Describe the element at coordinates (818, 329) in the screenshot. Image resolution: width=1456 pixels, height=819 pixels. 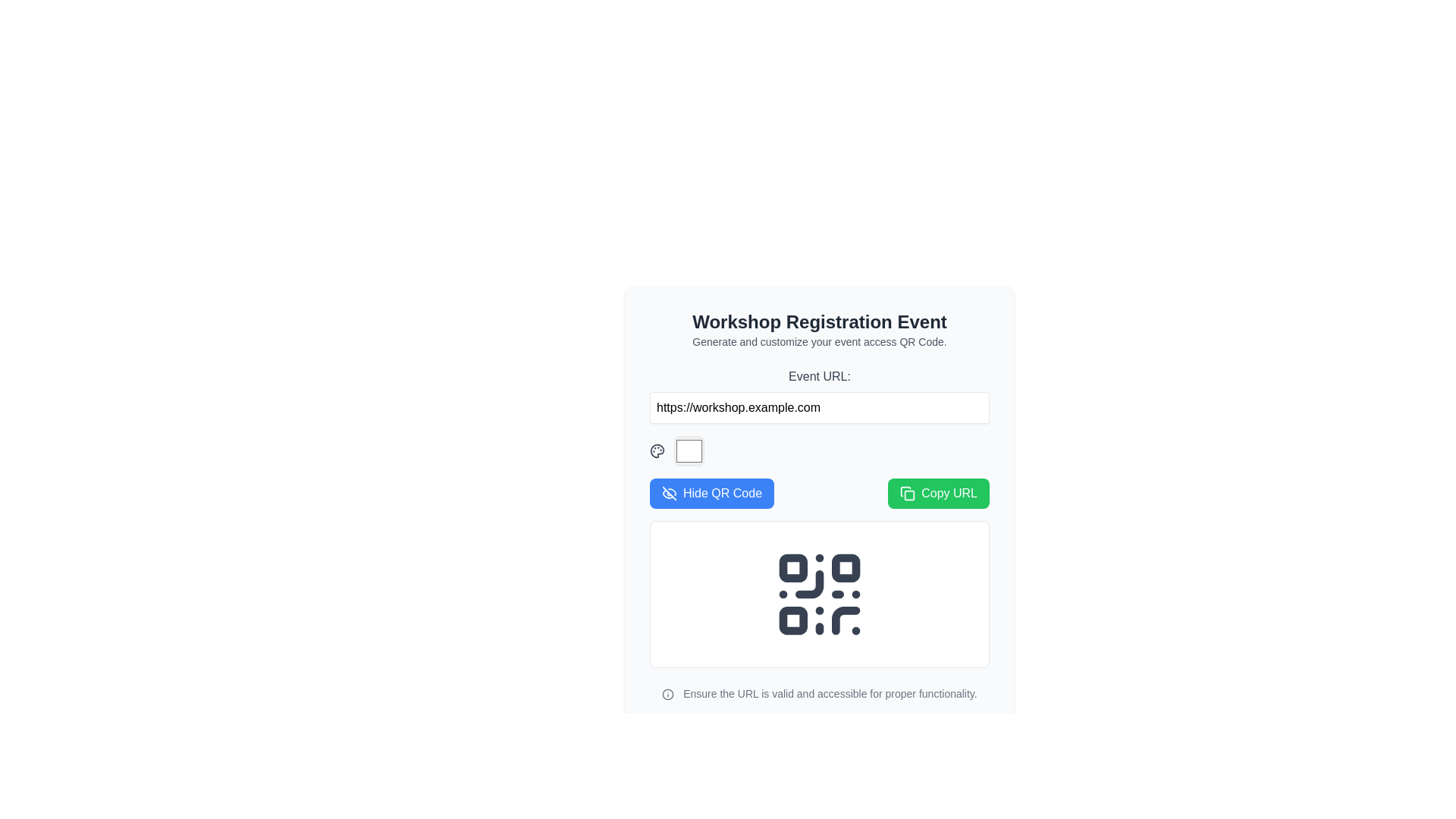
I see `text from the topmost text block titled 'Workshop Registration Event' with a subheader 'Generate and customize your event access QR Code.'` at that location.